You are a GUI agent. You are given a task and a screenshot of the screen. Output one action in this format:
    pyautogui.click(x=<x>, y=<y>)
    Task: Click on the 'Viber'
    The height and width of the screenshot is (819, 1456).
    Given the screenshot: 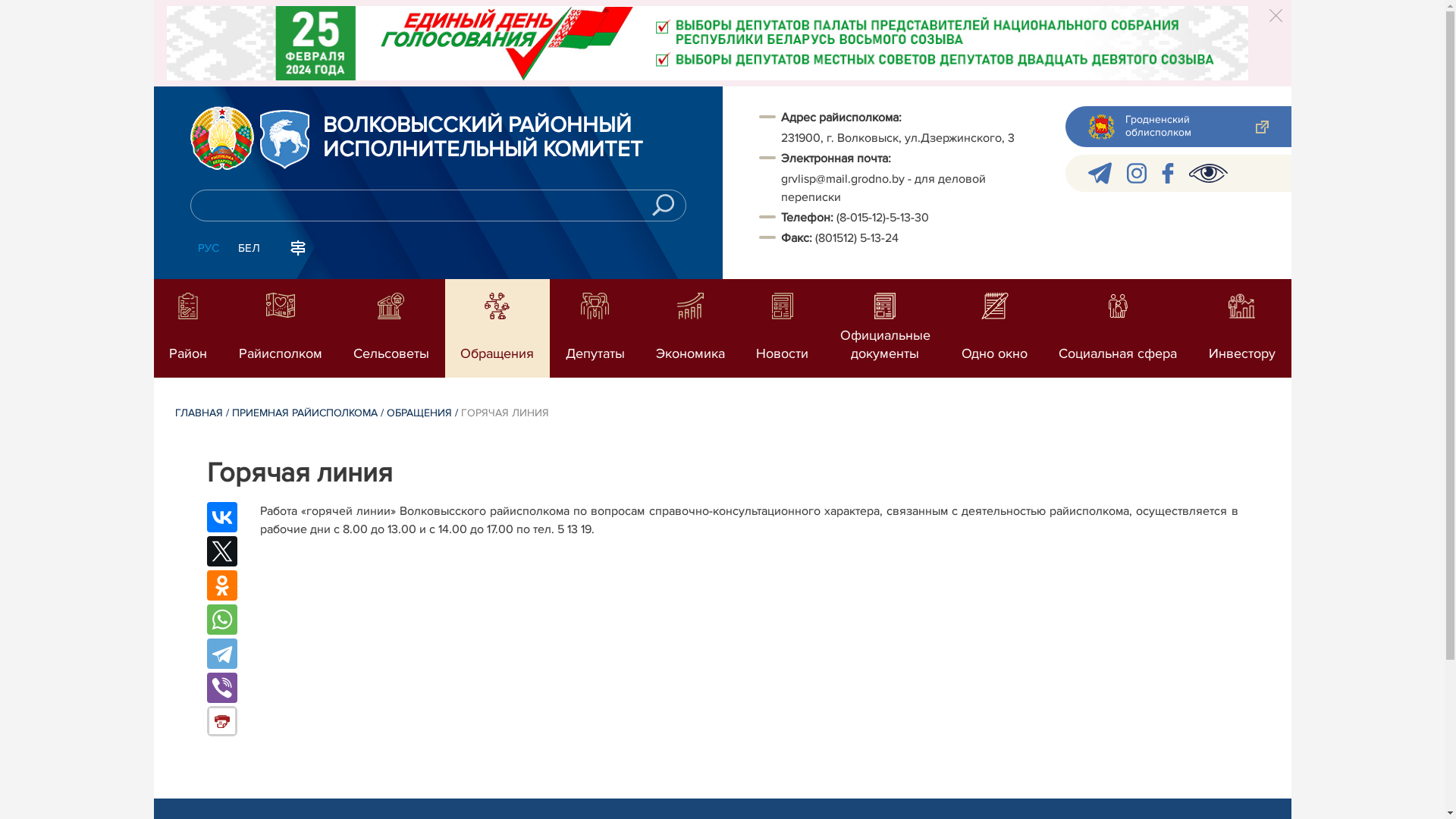 What is the action you would take?
    pyautogui.click(x=221, y=687)
    